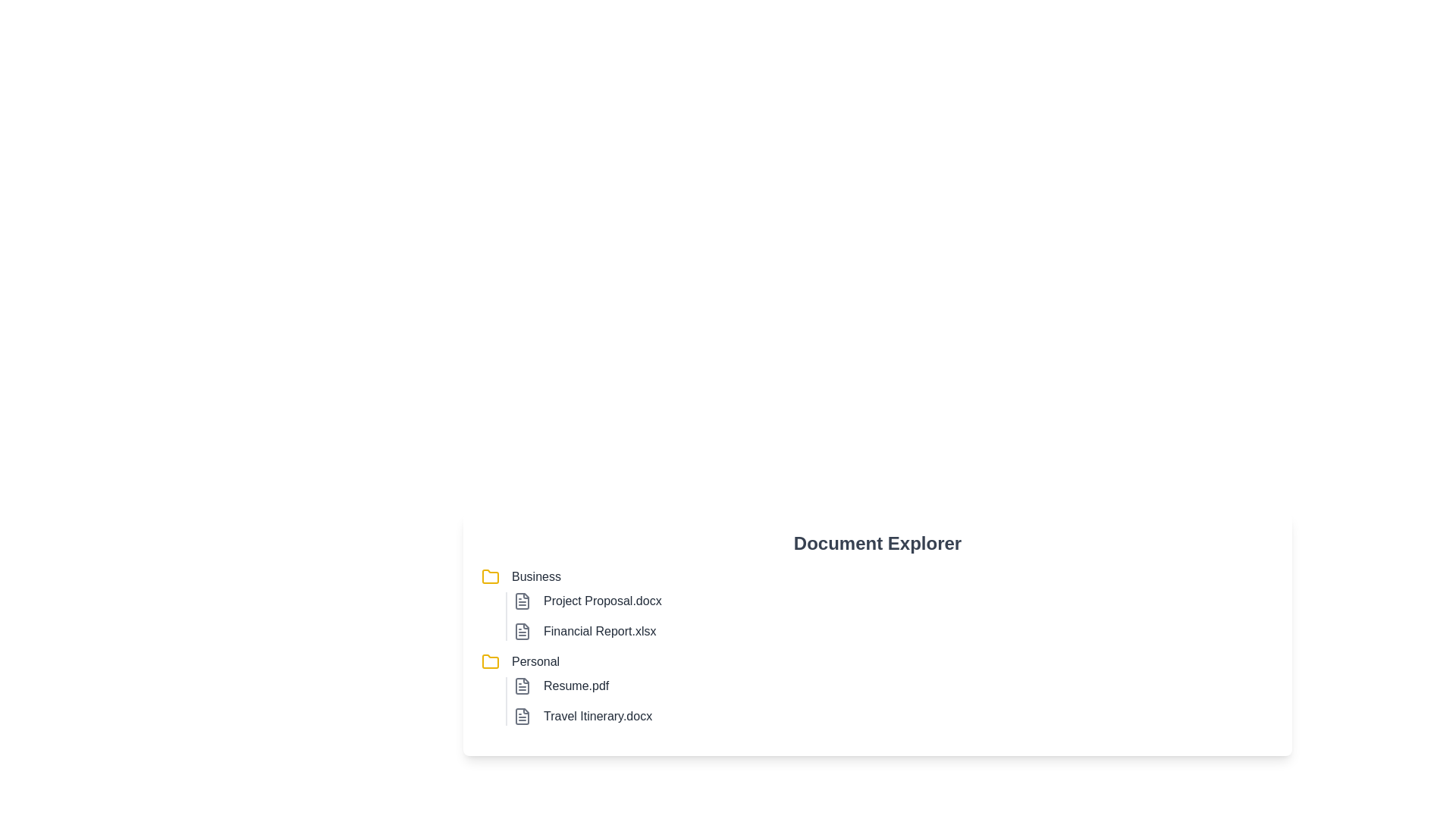 Image resolution: width=1456 pixels, height=819 pixels. Describe the element at coordinates (522, 601) in the screenshot. I see `the document file icon located to the left of 'Project Proposal.docx'` at that location.